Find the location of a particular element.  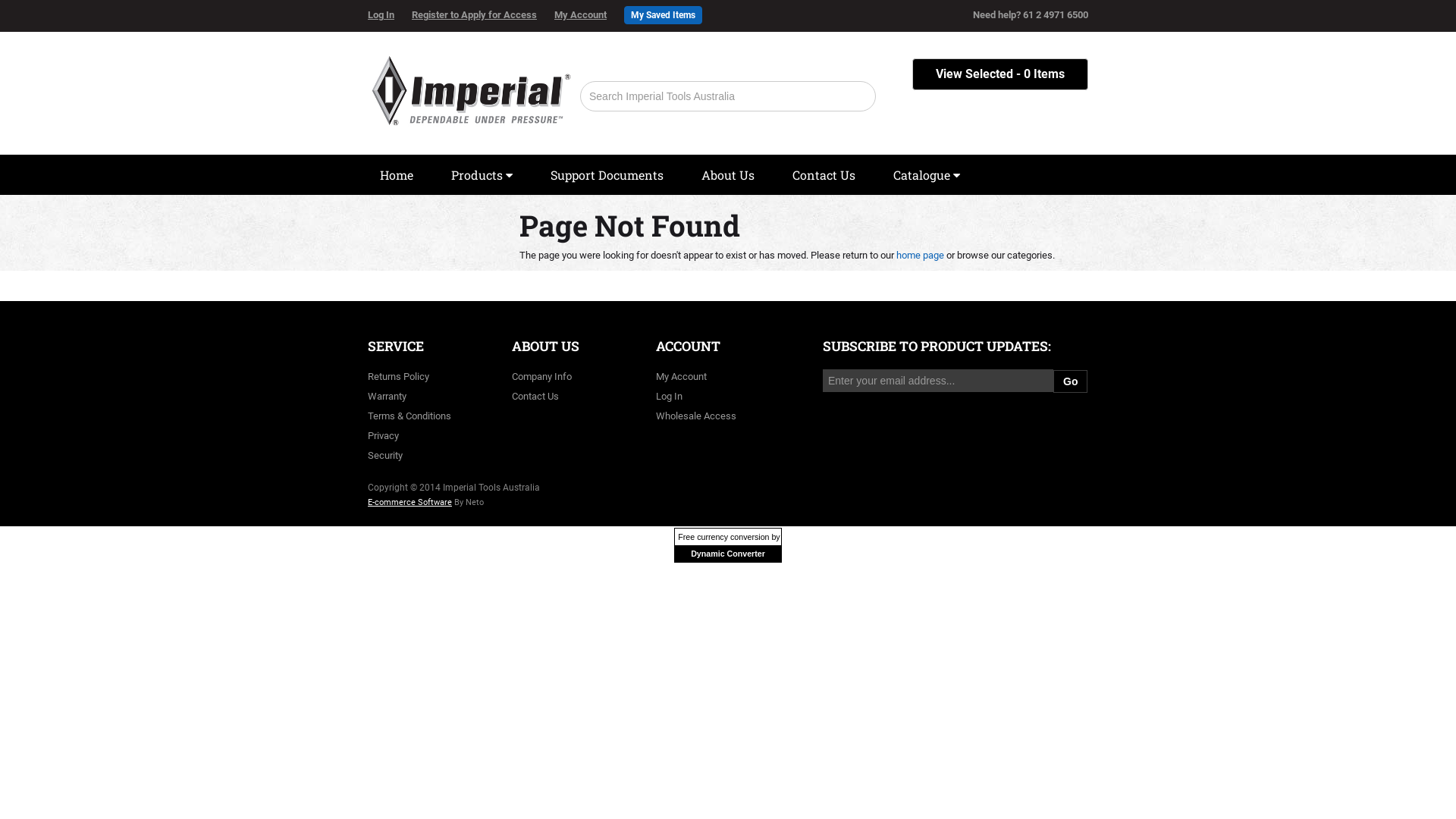

'Terms & Conditions' is located at coordinates (367, 416).